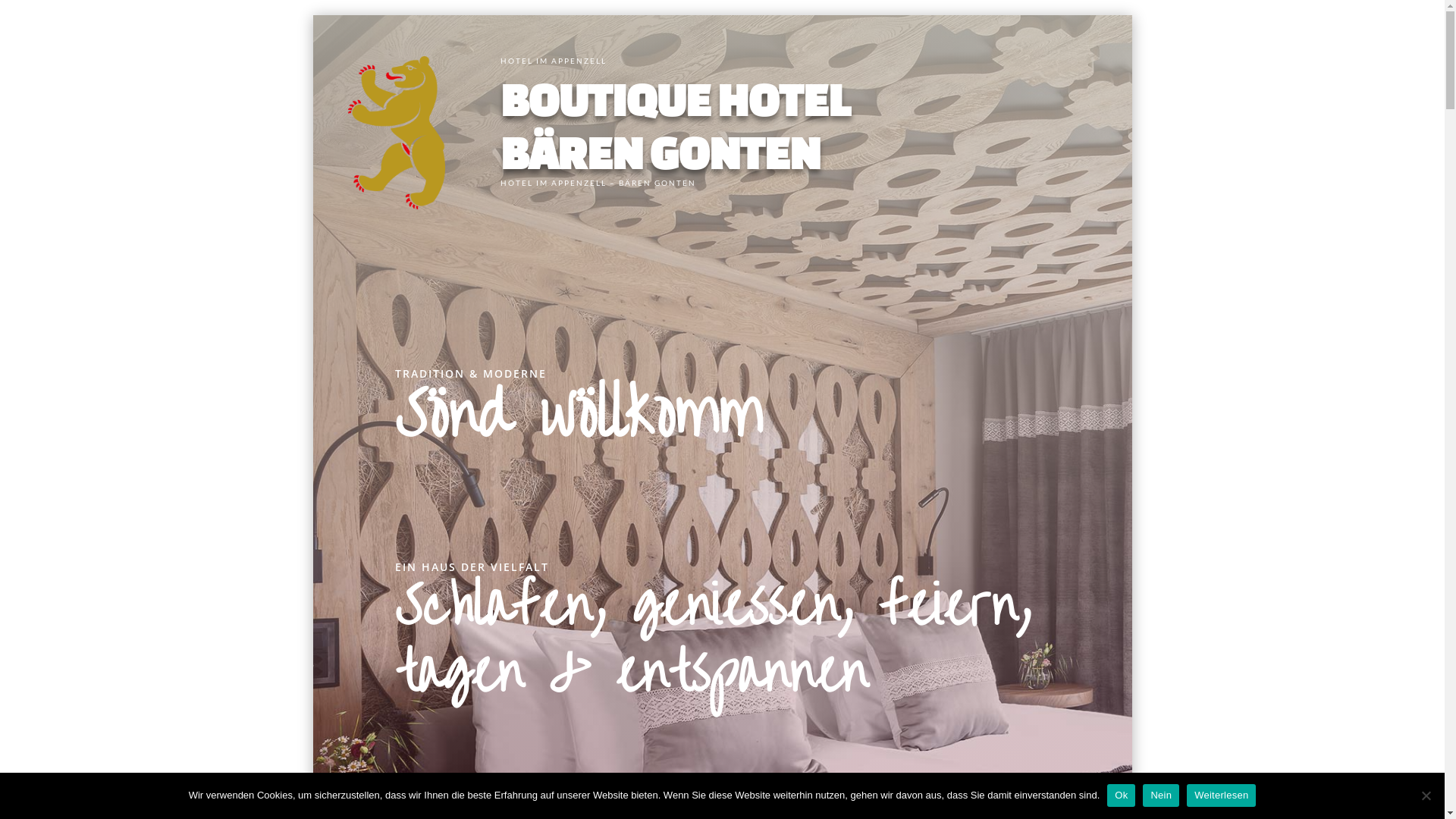 This screenshot has width=1456, height=819. I want to click on 'Ok', so click(1106, 795).